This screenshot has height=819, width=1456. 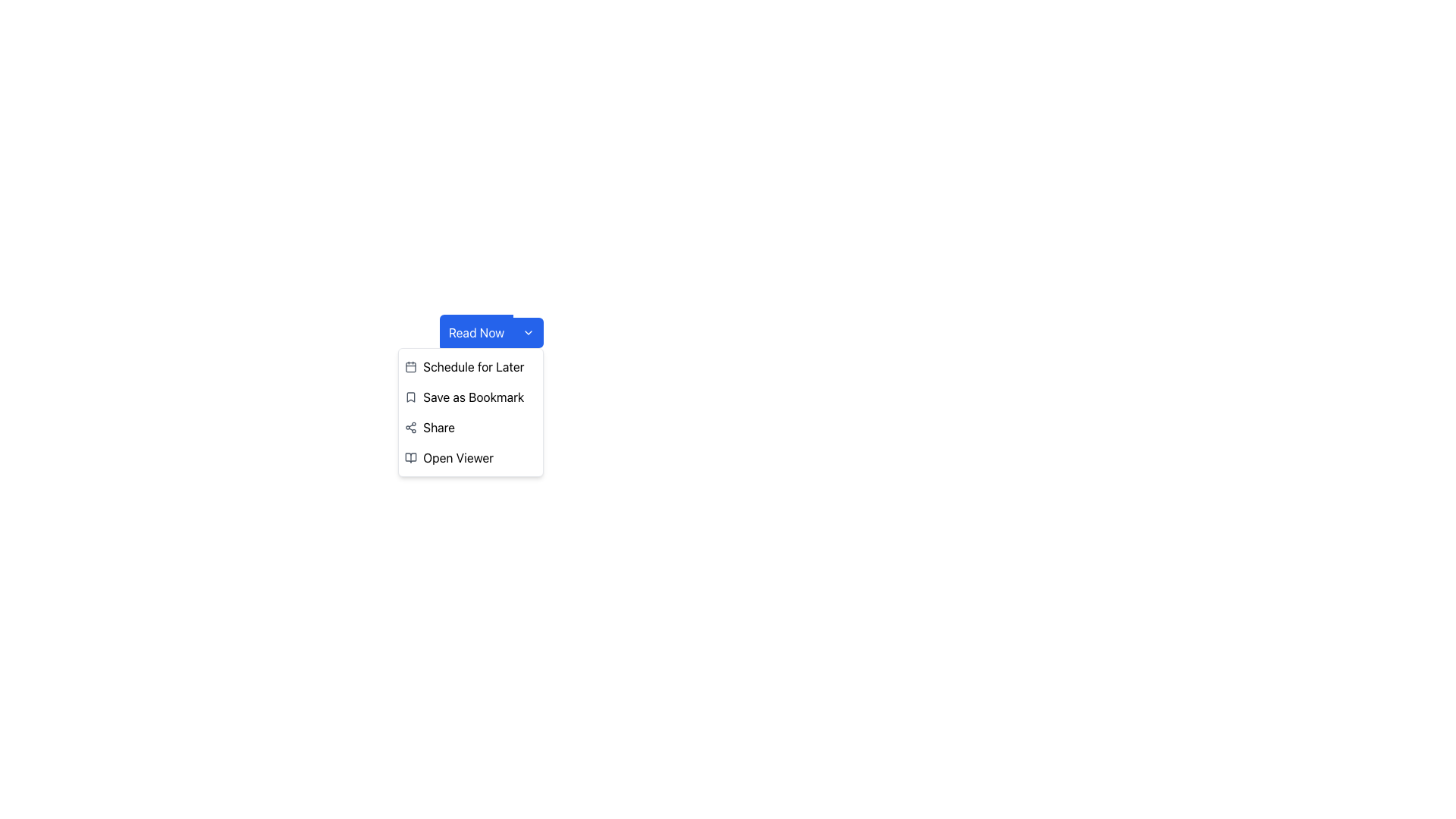 What do you see at coordinates (470, 397) in the screenshot?
I see `the second clickable list item with an icon and text, which allows users to save content as a bookmark, positioned below the 'Read Now' button and above the 'Share' option` at bounding box center [470, 397].